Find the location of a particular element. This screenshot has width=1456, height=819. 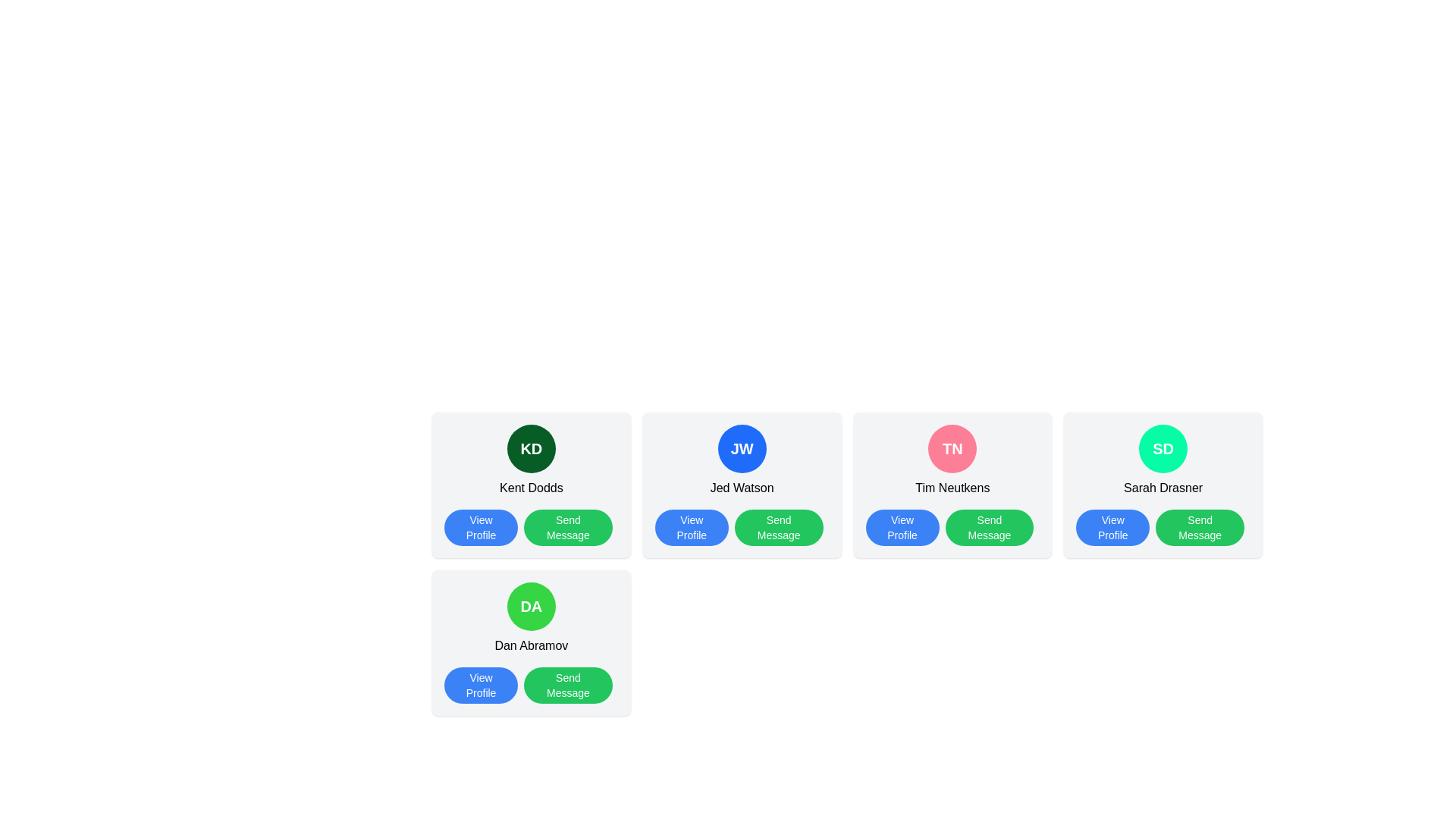

text label displaying the name 'Dan Abramov', which is centered within the card below the avatar and above the buttons is located at coordinates (531, 646).